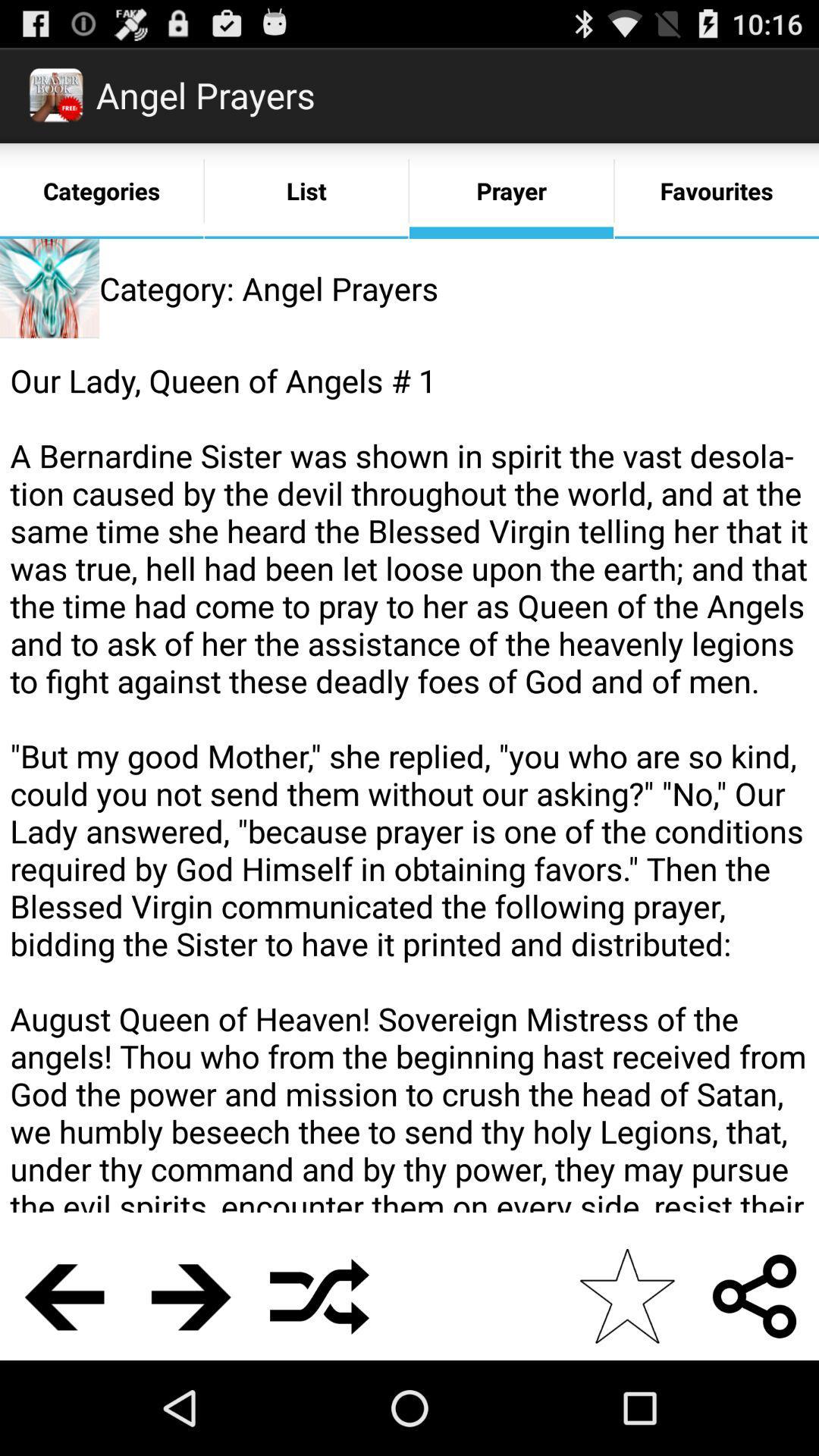 The height and width of the screenshot is (1456, 819). What do you see at coordinates (191, 1387) in the screenshot?
I see `the arrow_forward icon` at bounding box center [191, 1387].